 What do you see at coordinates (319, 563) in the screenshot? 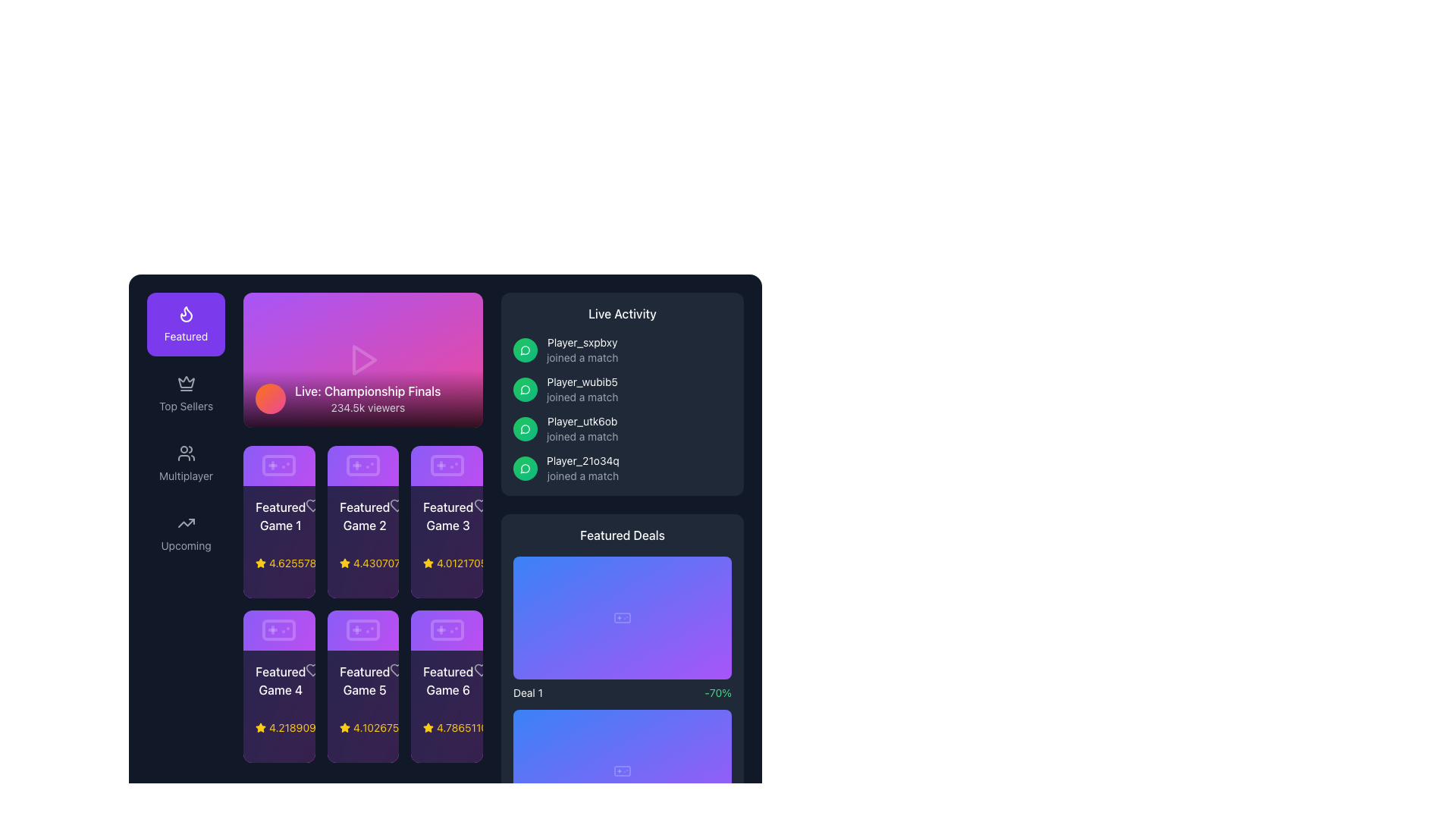
I see `the numeric rating text element located to the right of the star icon in the rating component for 'Featured Game 1'` at bounding box center [319, 563].